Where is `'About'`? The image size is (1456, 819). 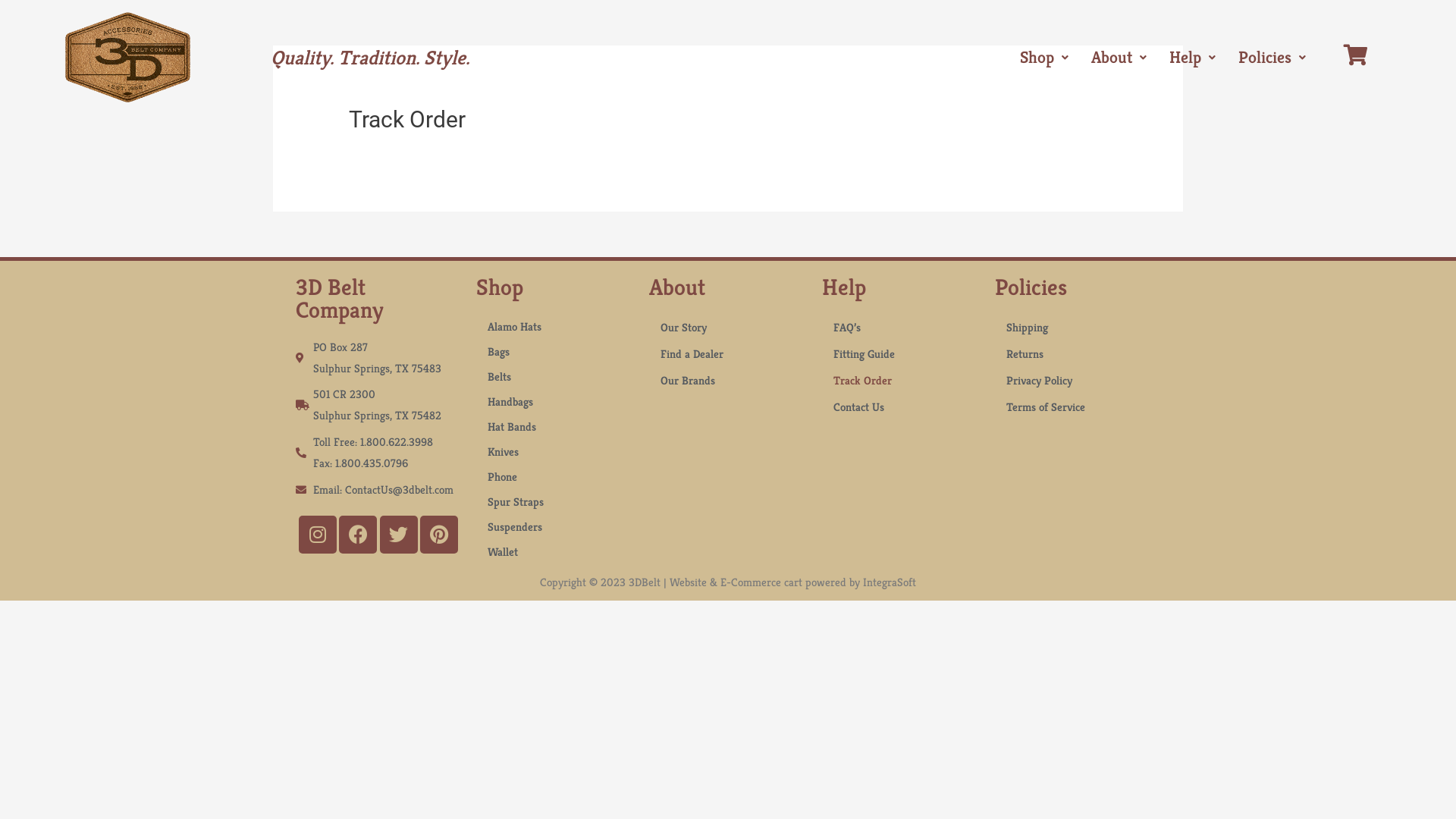
'About' is located at coordinates (1119, 57).